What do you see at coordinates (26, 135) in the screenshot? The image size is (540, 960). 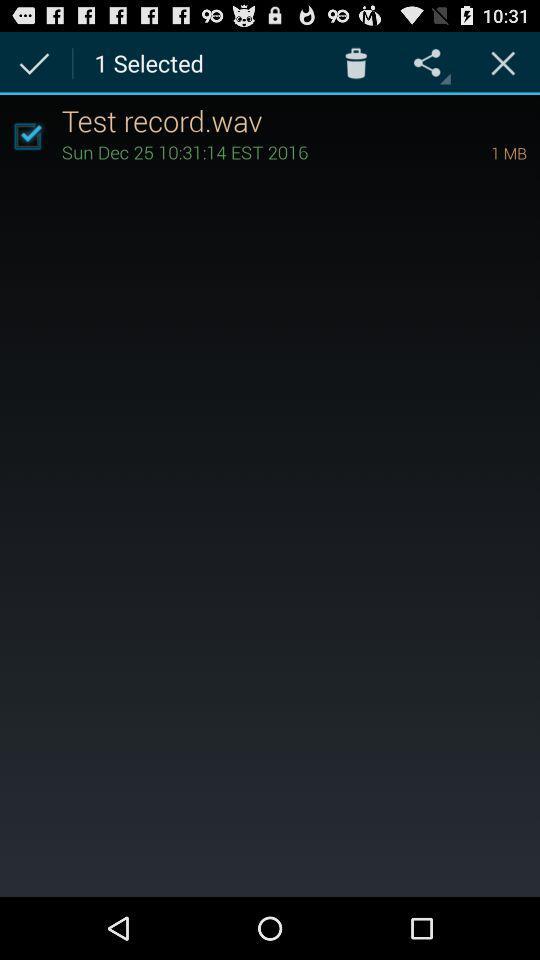 I see `the icon next to the test record.wav app` at bounding box center [26, 135].